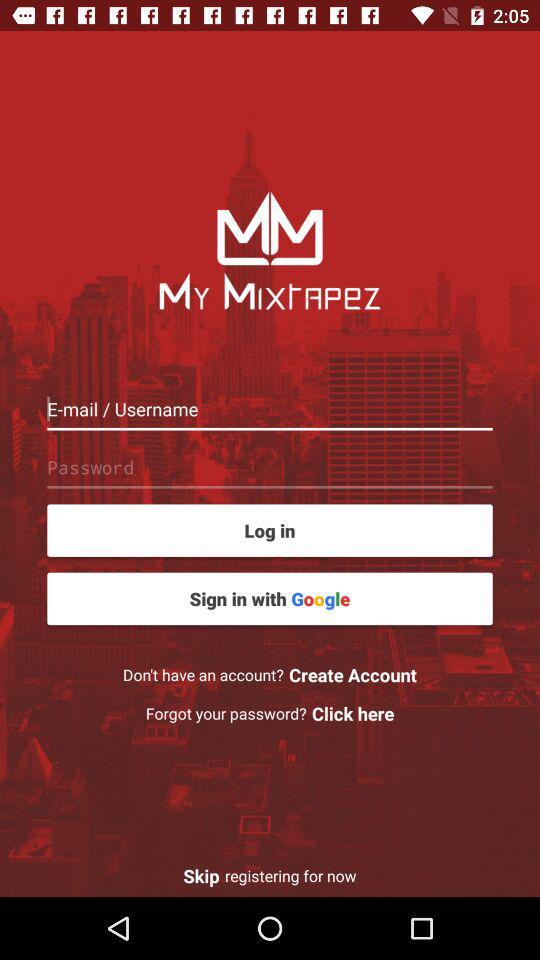 The height and width of the screenshot is (960, 540). What do you see at coordinates (270, 408) in the screenshot?
I see `email or username` at bounding box center [270, 408].